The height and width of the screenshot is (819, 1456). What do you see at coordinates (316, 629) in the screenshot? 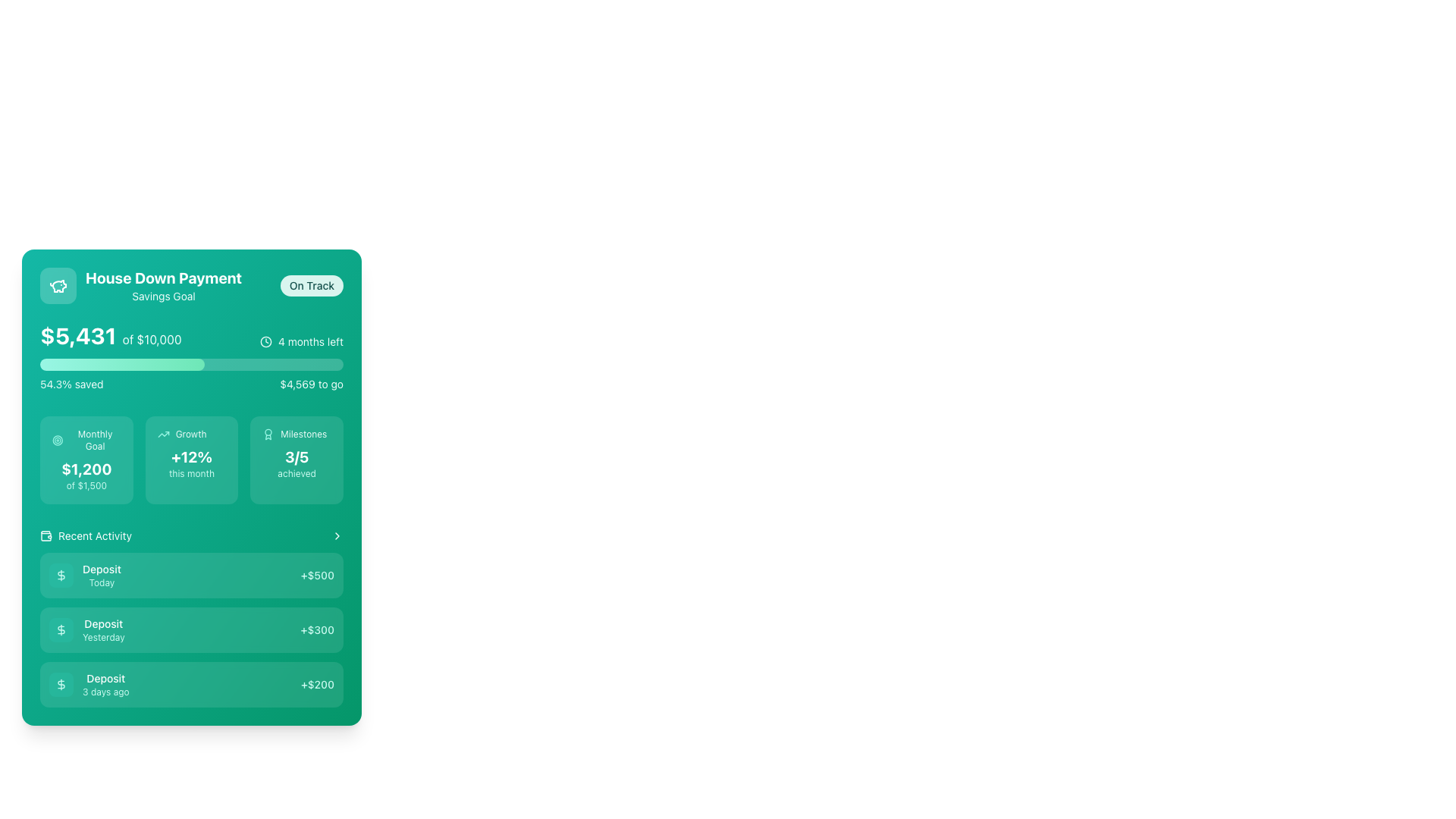
I see `the Text Label indicating a monetary deposit of $300 in the 'Recent Activity' section, positioned to the right of the 'Deposit Yesterday' label` at bounding box center [316, 629].